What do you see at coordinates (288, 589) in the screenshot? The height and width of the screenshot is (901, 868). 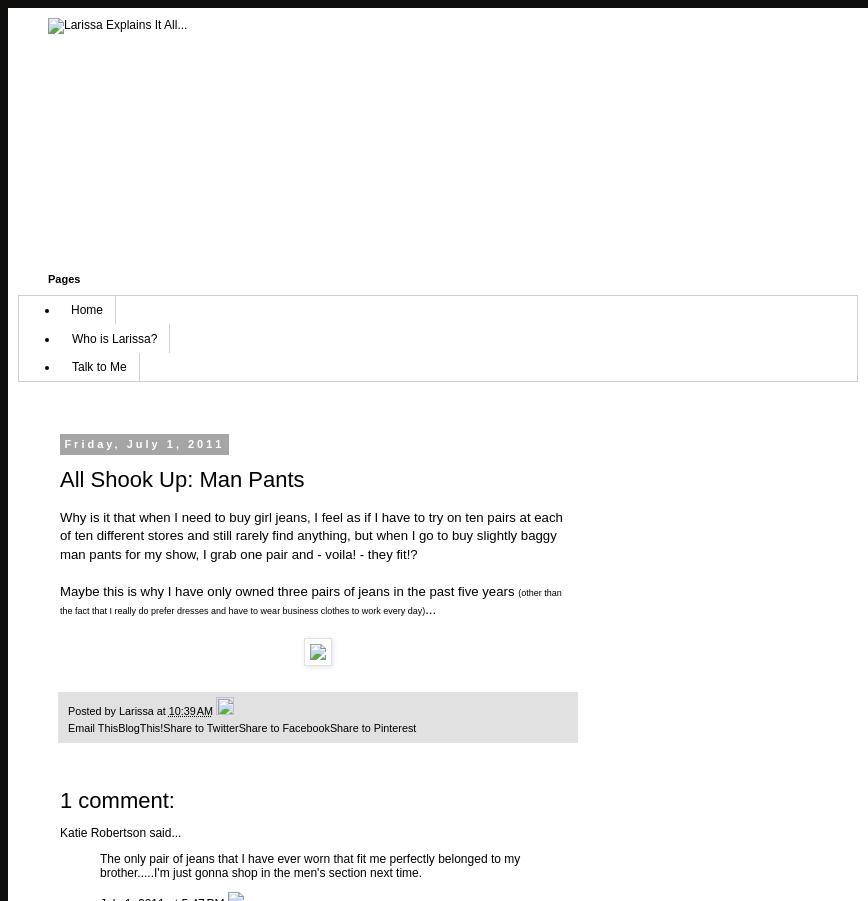 I see `'Maybe this is why I have only owned three pairs of jeans in the past five years'` at bounding box center [288, 589].